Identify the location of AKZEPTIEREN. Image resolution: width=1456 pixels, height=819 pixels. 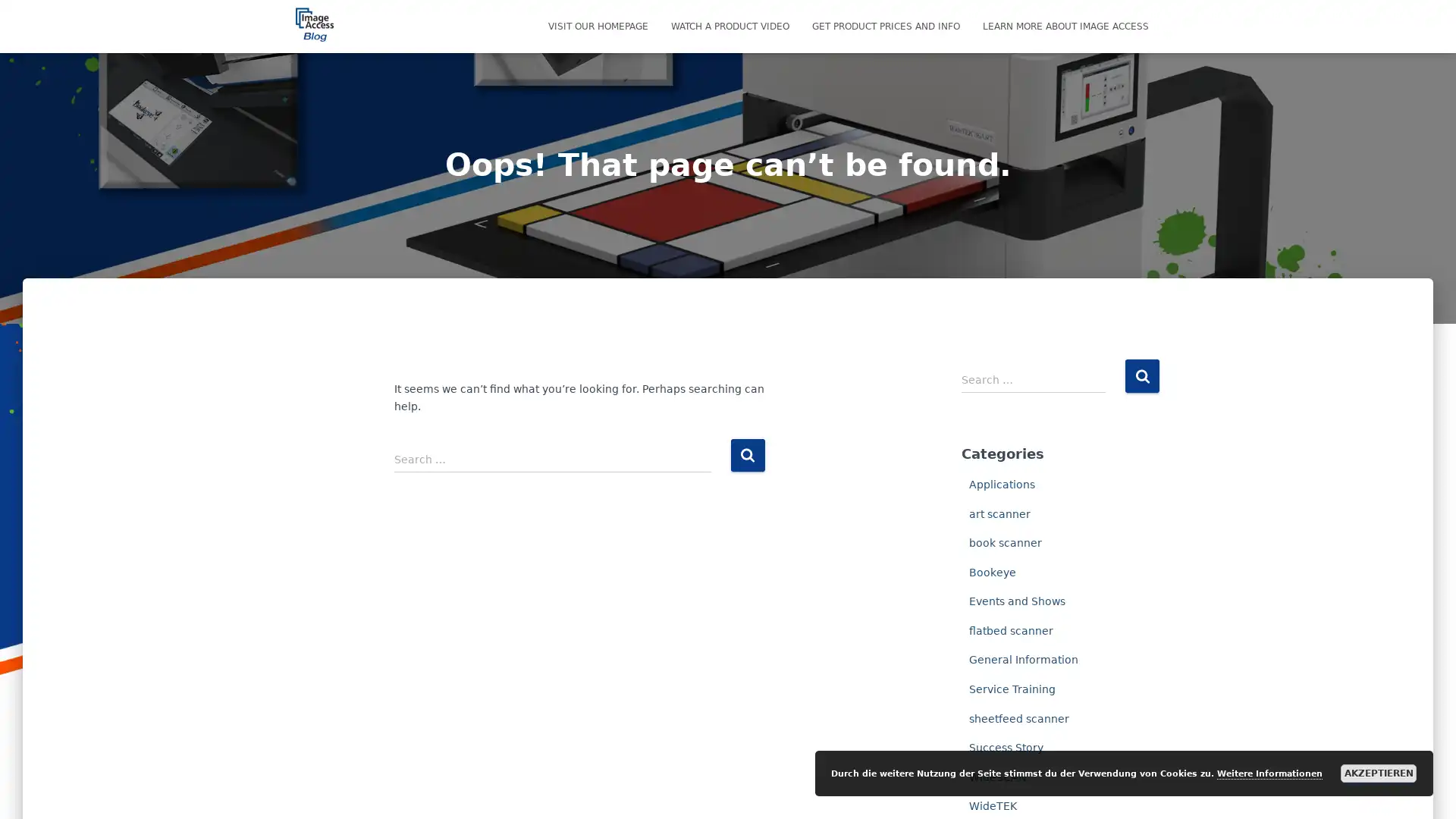
(1379, 773).